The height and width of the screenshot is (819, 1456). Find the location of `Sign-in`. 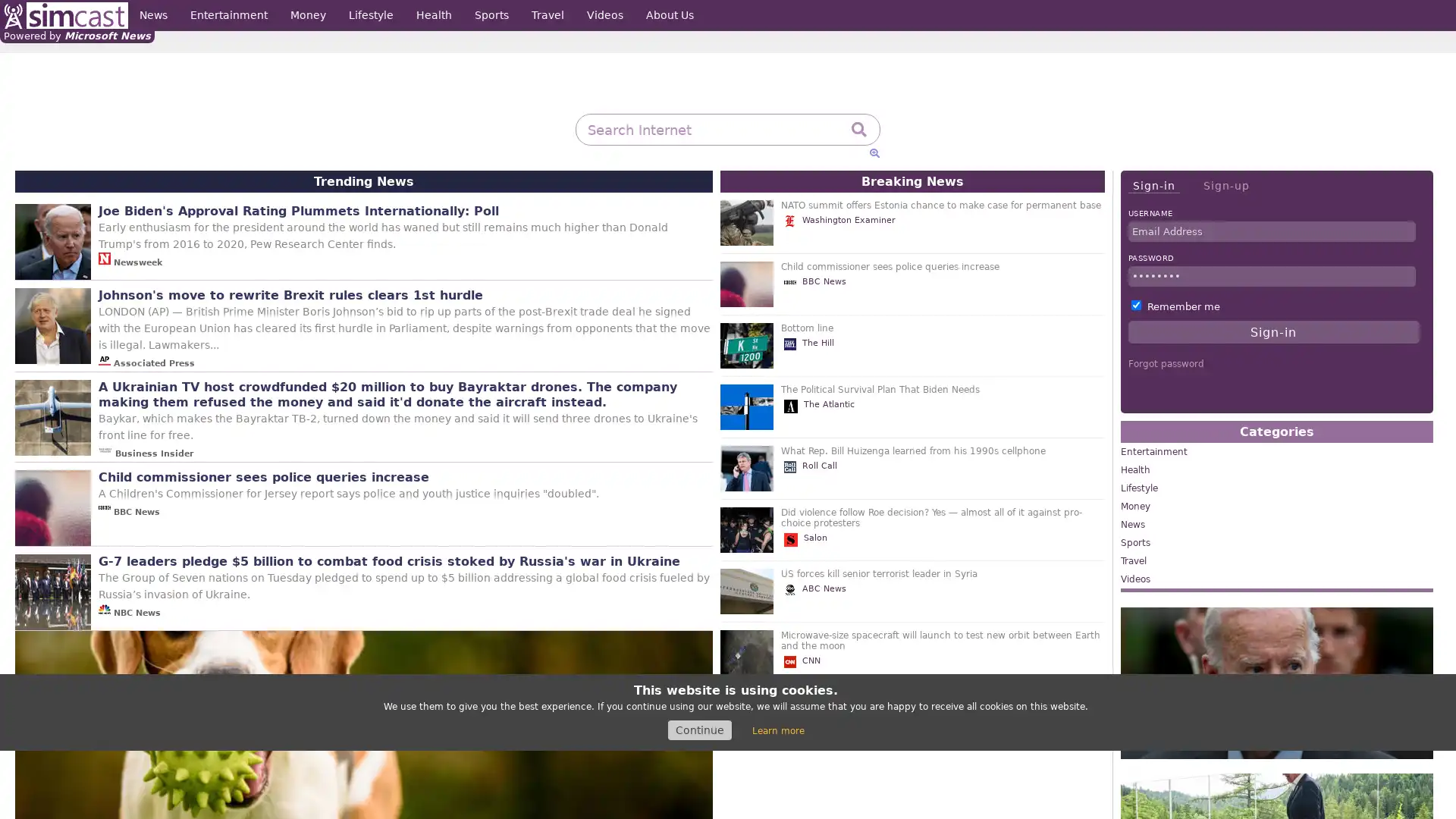

Sign-in is located at coordinates (1273, 331).